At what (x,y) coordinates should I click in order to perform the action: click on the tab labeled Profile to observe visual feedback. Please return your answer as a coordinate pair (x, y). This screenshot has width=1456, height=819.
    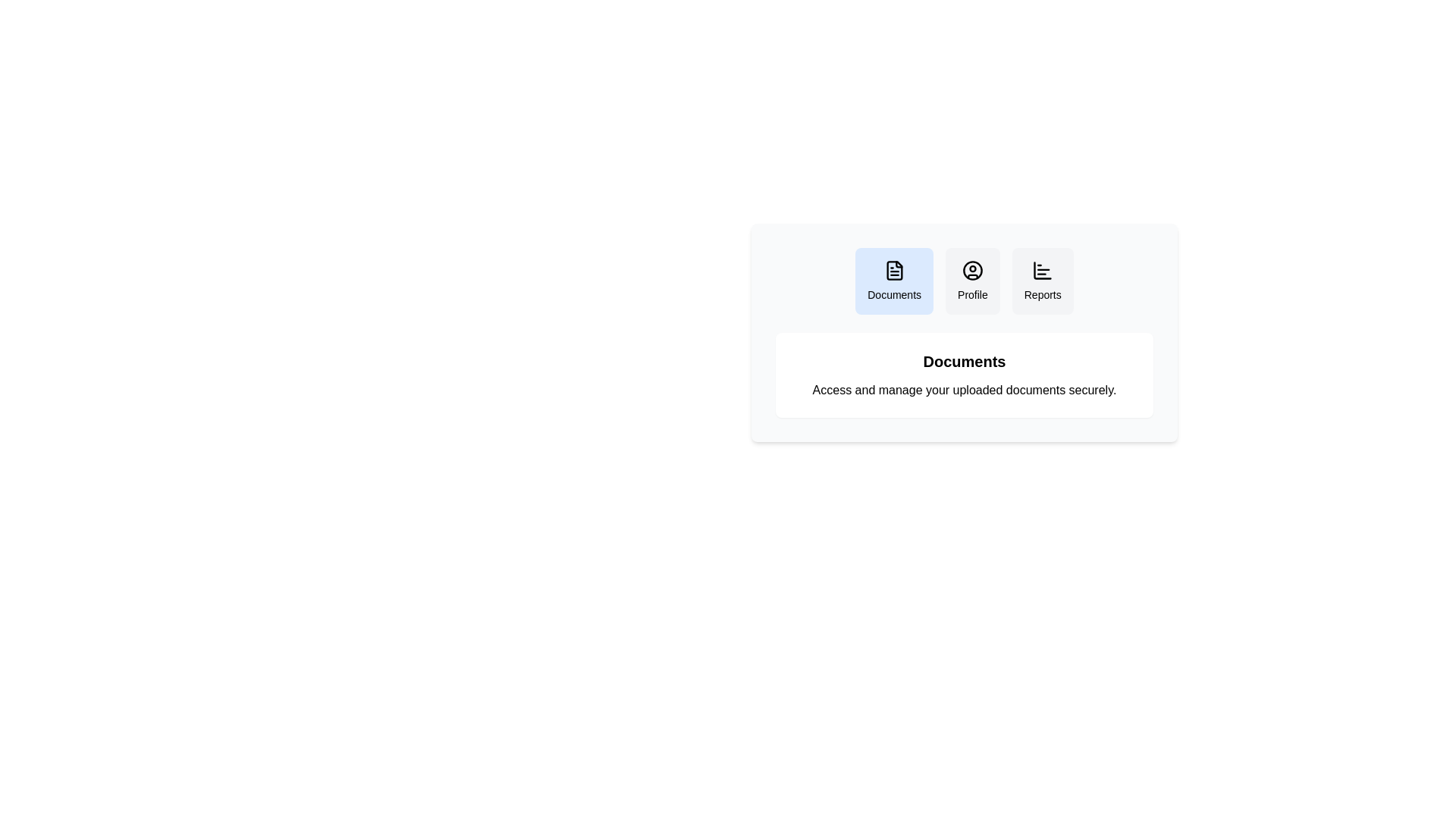
    Looking at the image, I should click on (972, 281).